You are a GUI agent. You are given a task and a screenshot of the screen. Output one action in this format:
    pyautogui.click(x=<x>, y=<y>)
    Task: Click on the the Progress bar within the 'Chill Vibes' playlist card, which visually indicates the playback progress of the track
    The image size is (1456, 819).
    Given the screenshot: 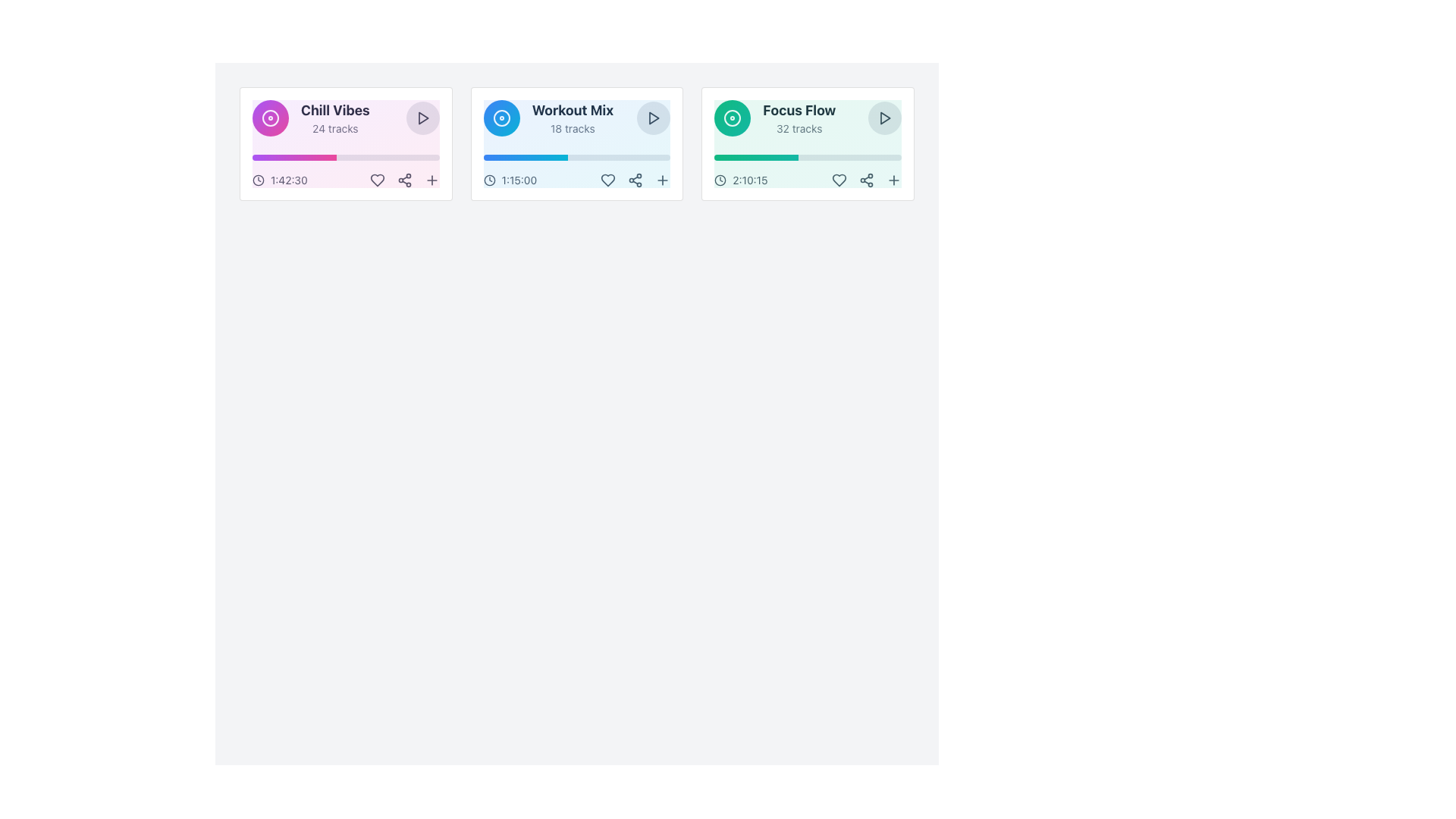 What is the action you would take?
    pyautogui.click(x=345, y=158)
    